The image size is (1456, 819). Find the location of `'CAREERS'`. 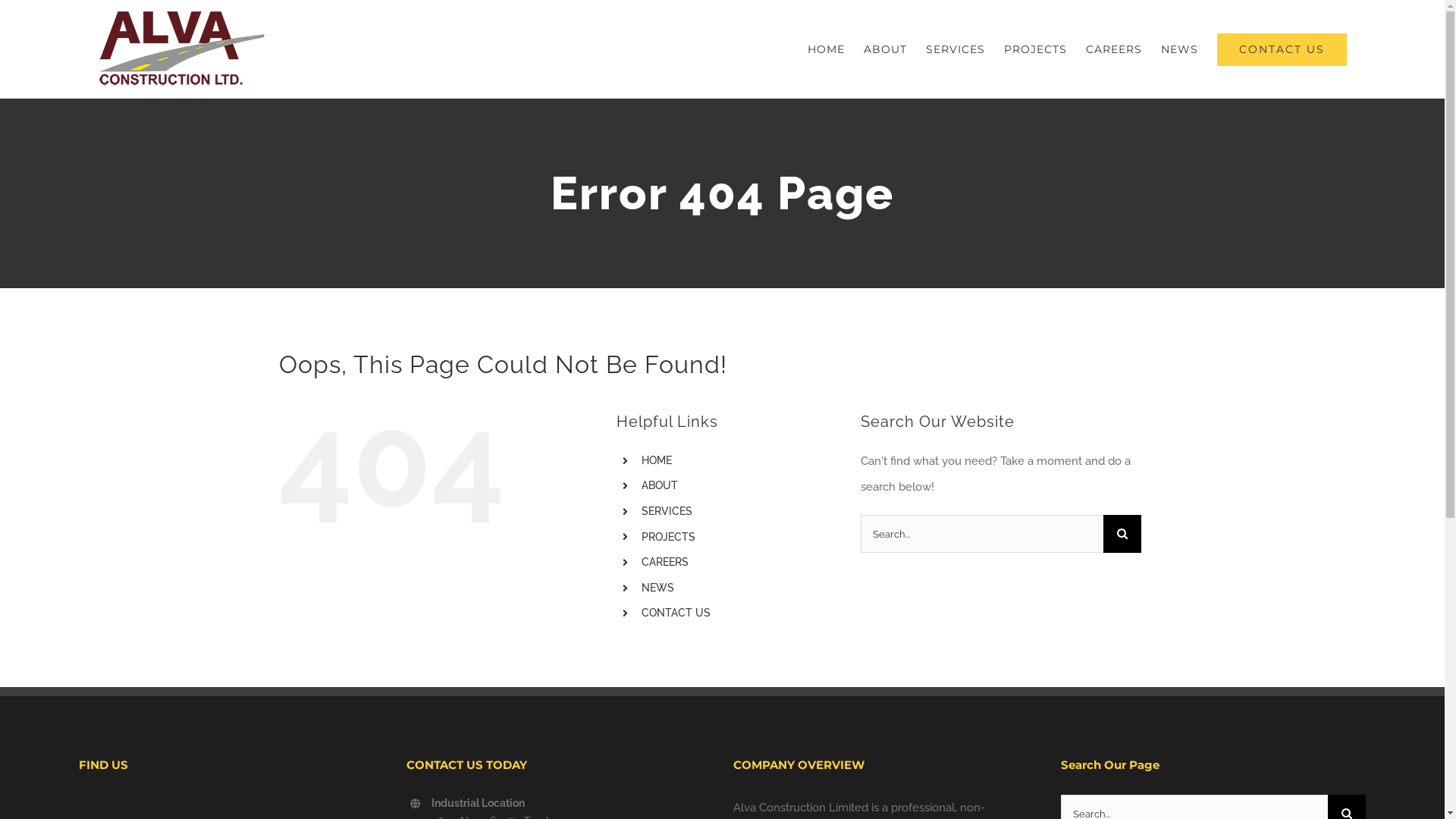

'CAREERS' is located at coordinates (665, 561).